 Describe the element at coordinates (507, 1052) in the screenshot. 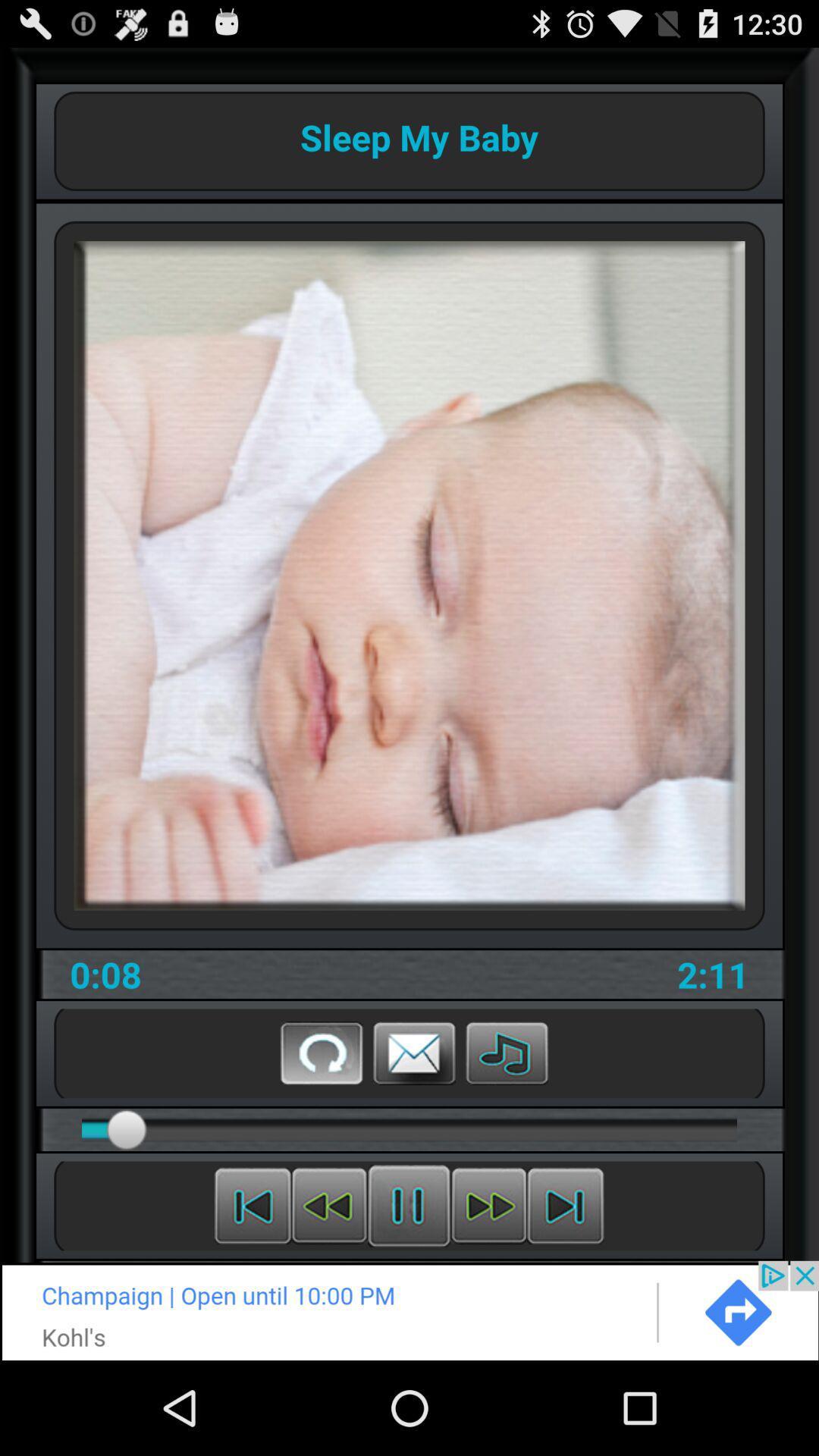

I see `choose another lullaby` at that location.